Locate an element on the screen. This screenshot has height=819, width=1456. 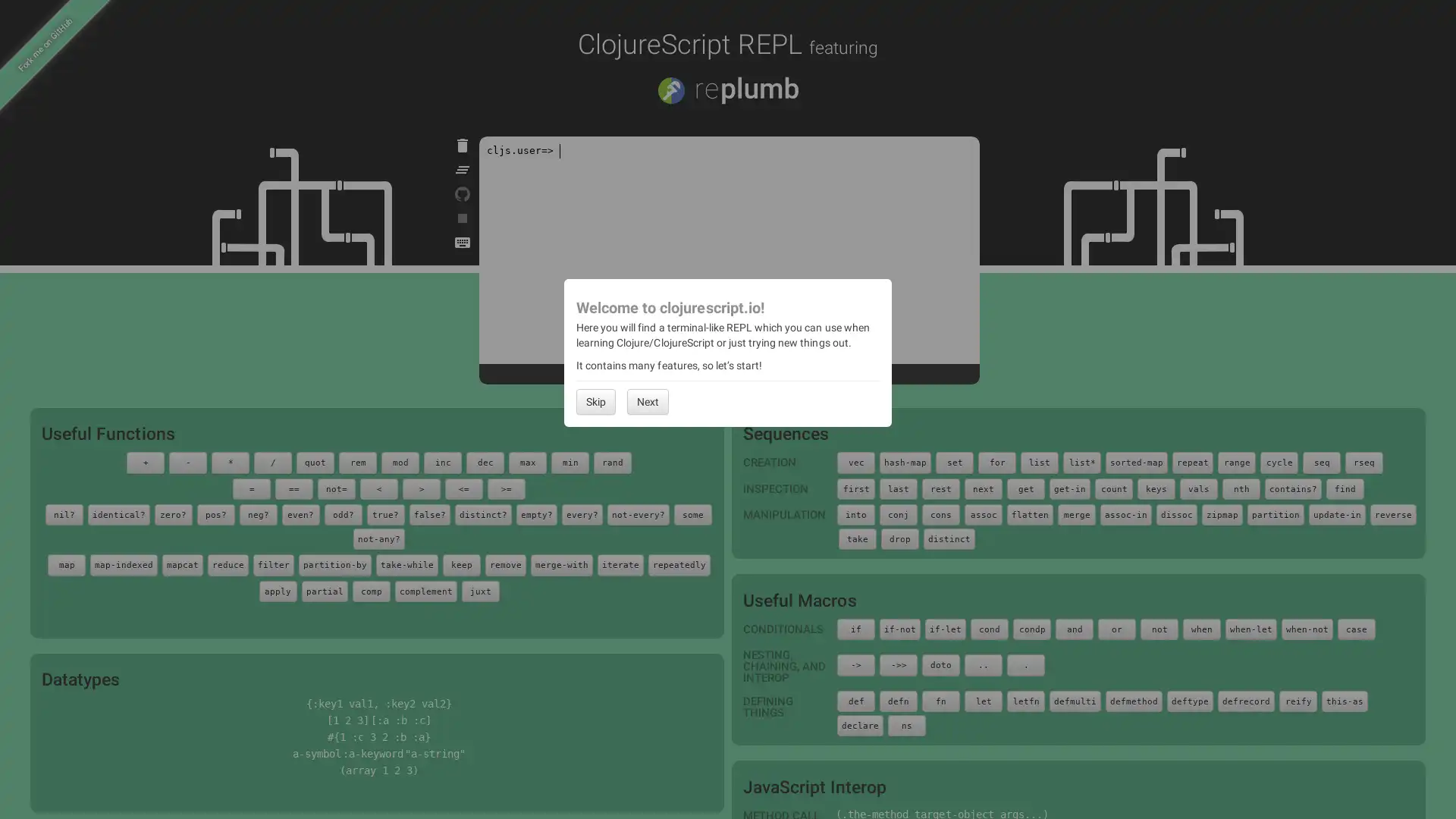
update-in is located at coordinates (1337, 513).